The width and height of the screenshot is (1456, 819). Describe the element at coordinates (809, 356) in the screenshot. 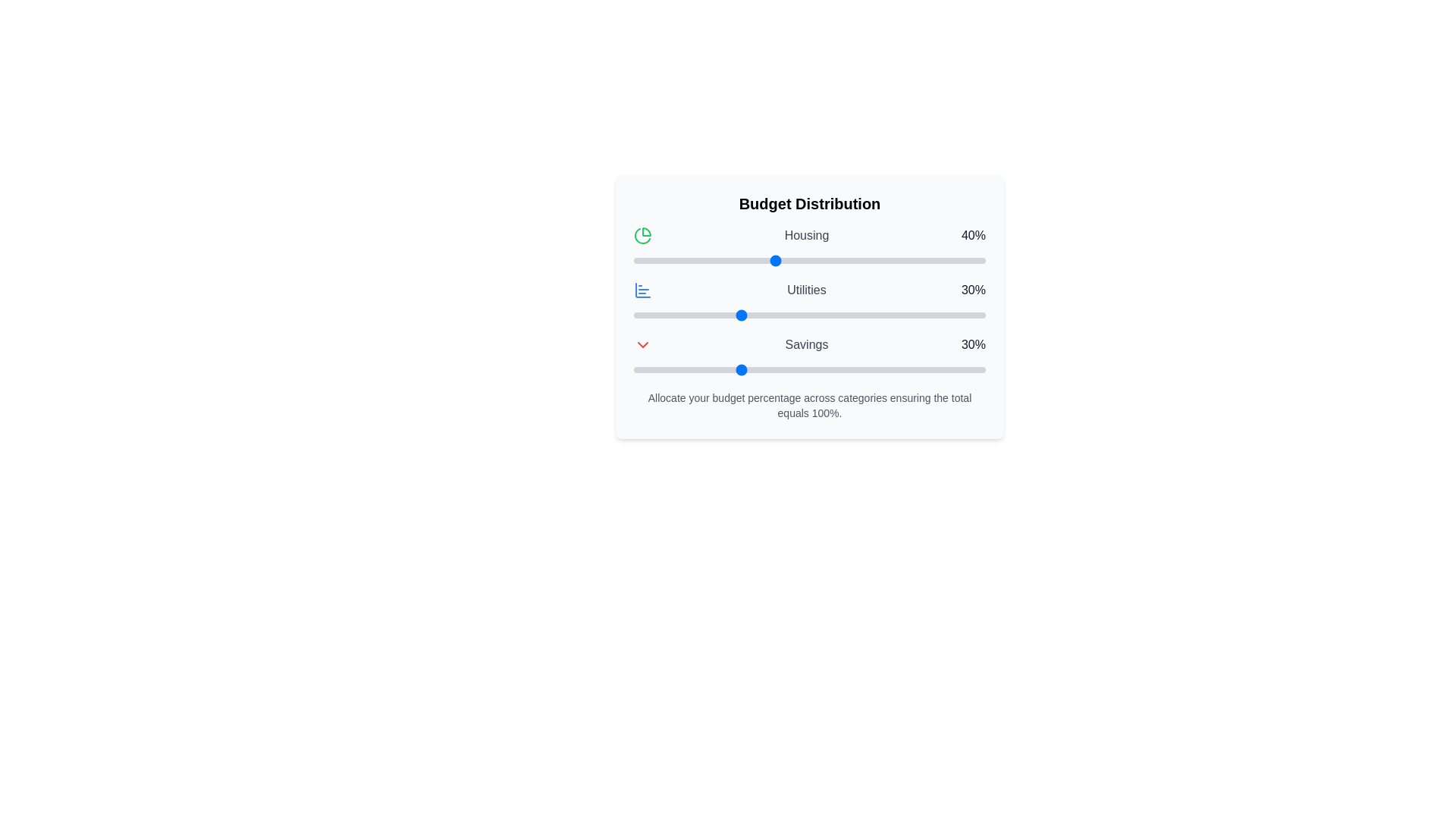

I see `the slider control labeled 'Savings' for keyboard adjustment. This slider is the third category listed under 'Budget Distribution', positioned between 'Utilities 30%' and the instructional text 'Allocate your budget...'` at that location.